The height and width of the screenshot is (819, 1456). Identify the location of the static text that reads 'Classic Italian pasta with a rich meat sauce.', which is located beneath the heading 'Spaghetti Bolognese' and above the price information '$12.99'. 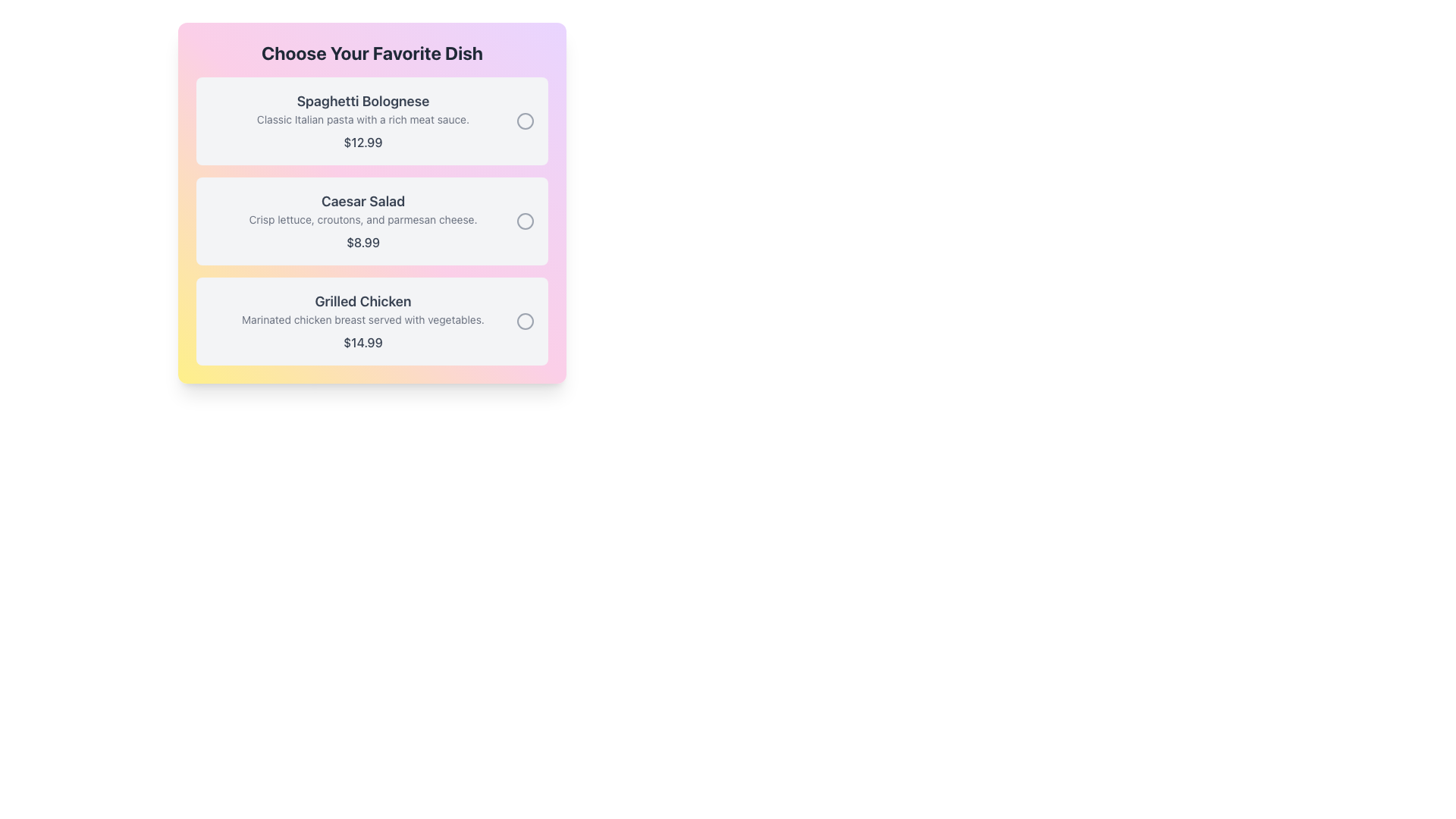
(362, 119).